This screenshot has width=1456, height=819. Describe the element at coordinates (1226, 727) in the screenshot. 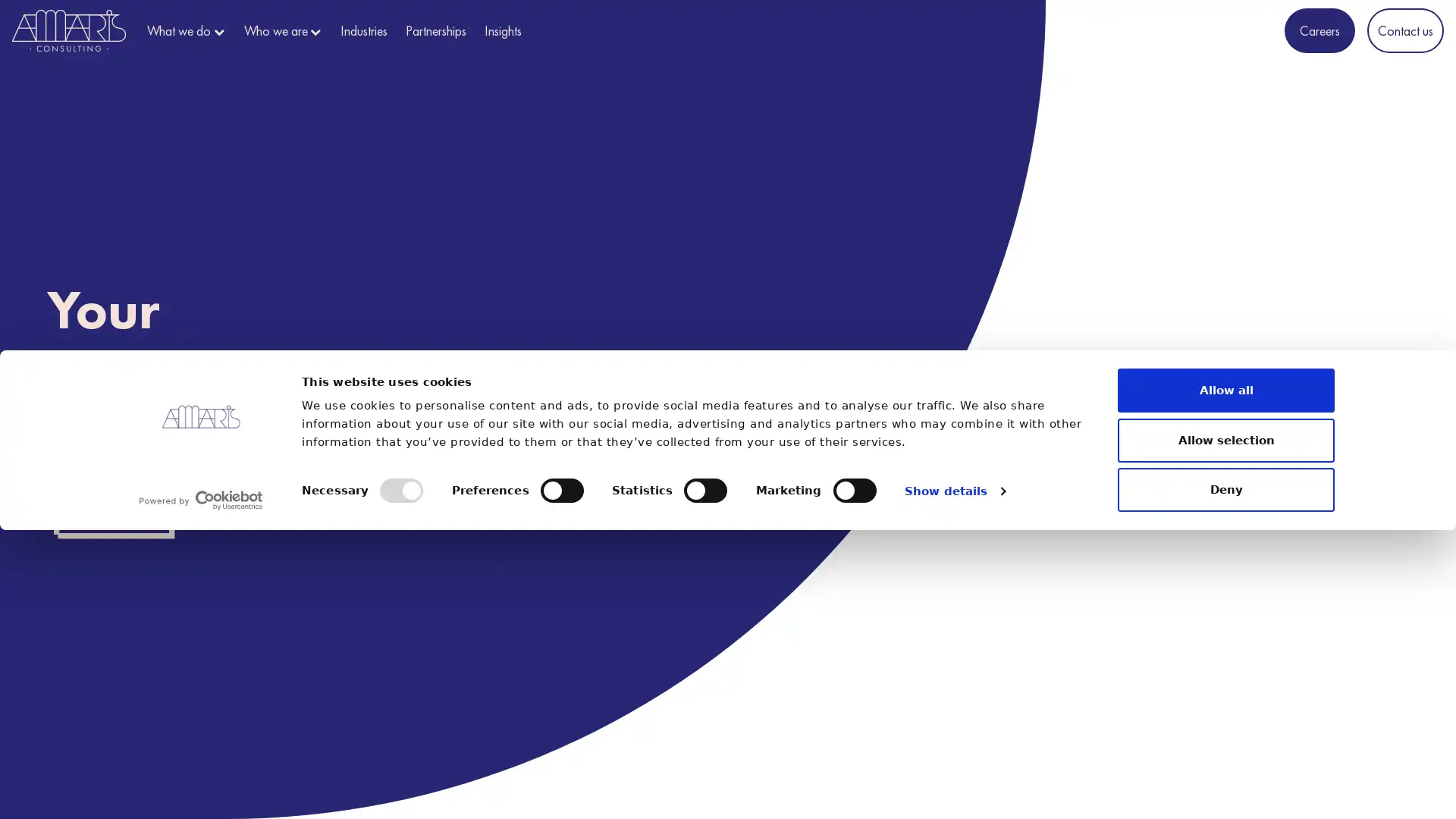

I see `Allow selection` at that location.